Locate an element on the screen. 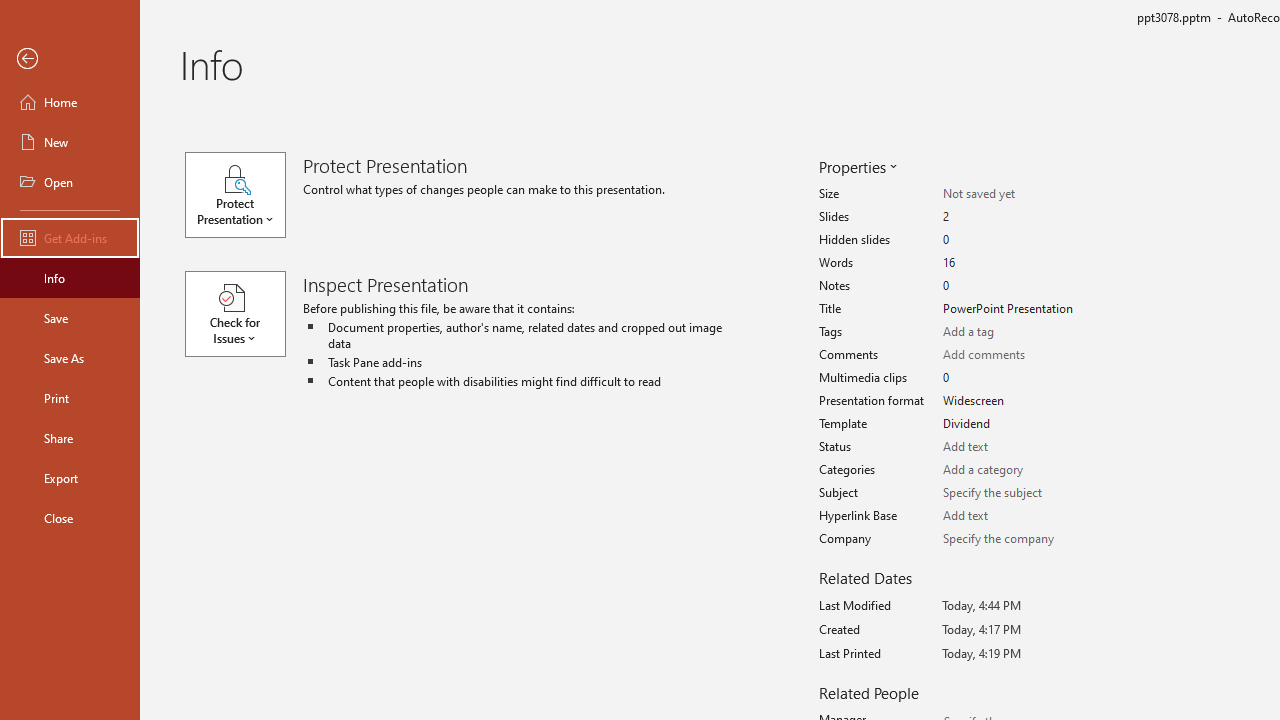 The height and width of the screenshot is (720, 1280). 'Check for Issues' is located at coordinates (243, 313).